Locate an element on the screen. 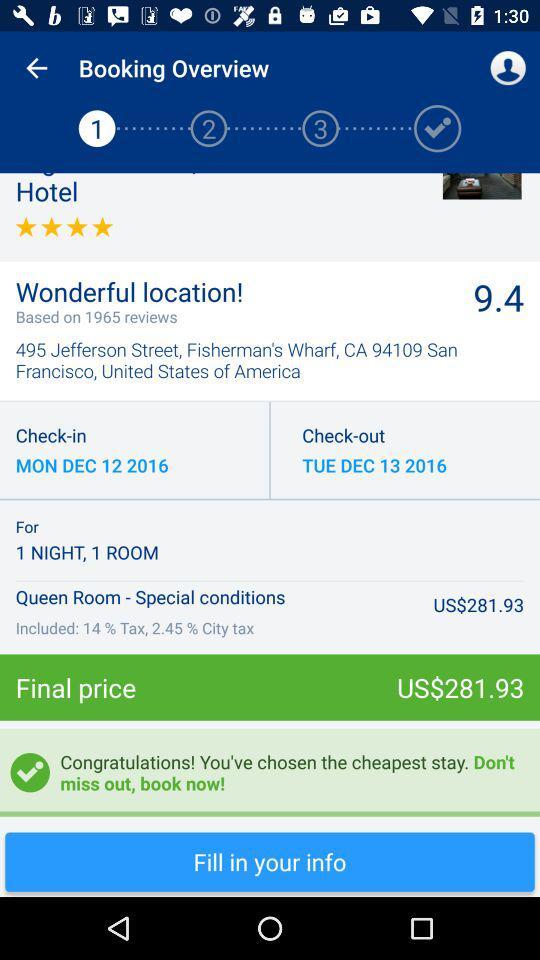 Image resolution: width=540 pixels, height=960 pixels. the image which is right to hotel is located at coordinates (481, 186).